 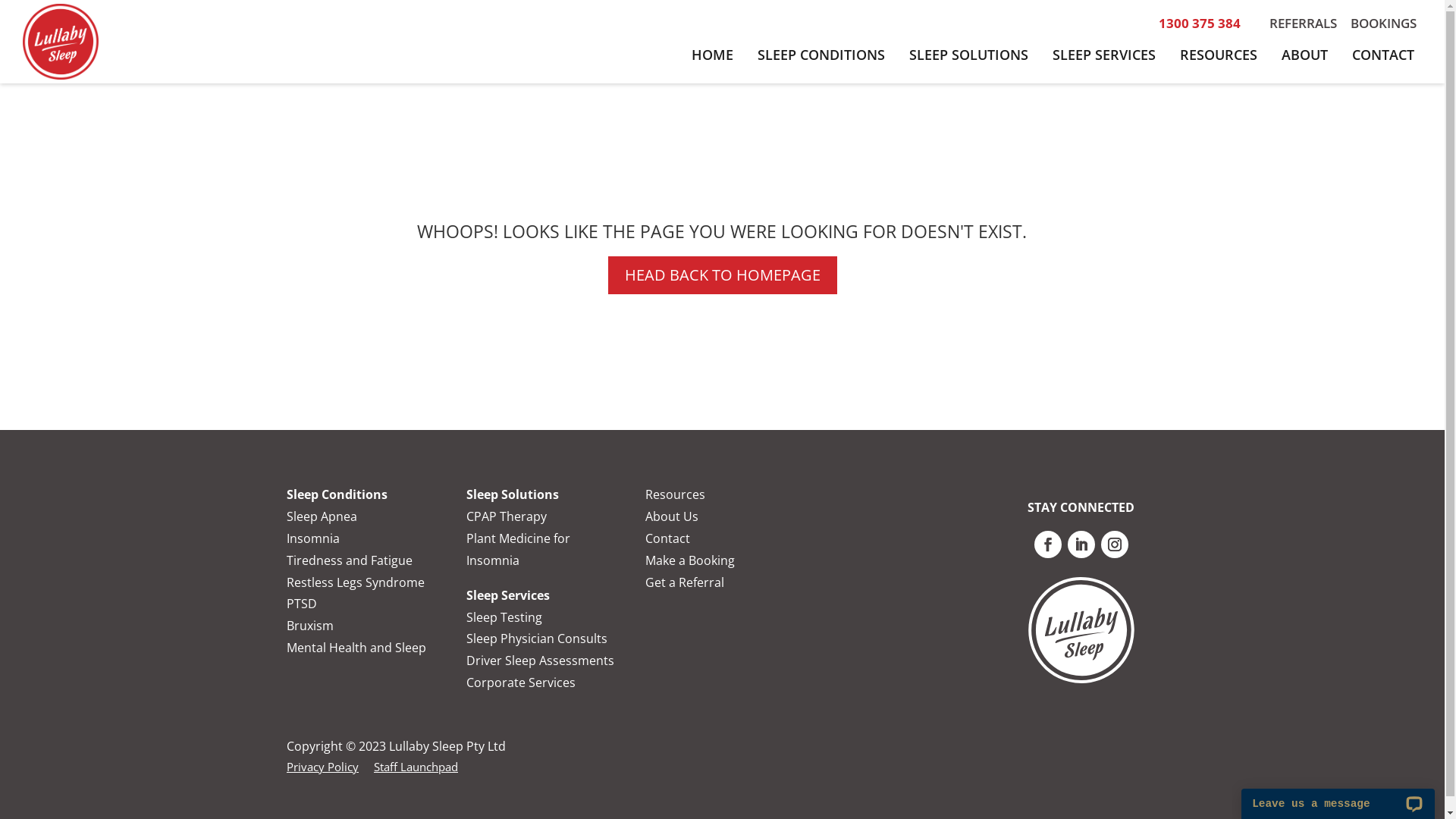 I want to click on 'Driver Sleep Assessments', so click(x=540, y=660).